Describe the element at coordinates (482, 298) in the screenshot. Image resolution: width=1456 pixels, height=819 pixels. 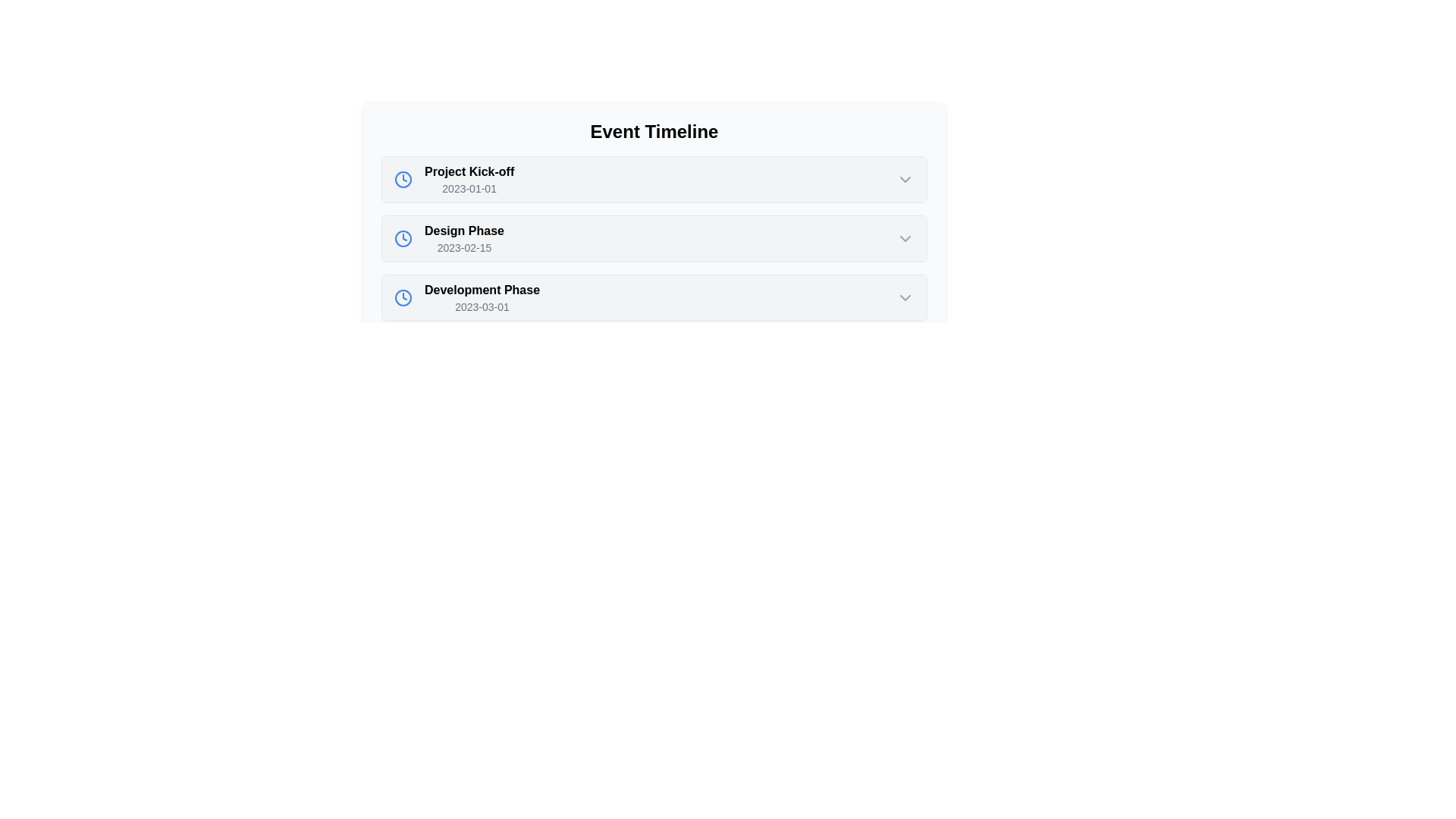
I see `the text block displaying the timeline event's title 'Development Phase' and its associated date '2023-03-01', which is the third item in the 'Event Timeline' list` at that location.